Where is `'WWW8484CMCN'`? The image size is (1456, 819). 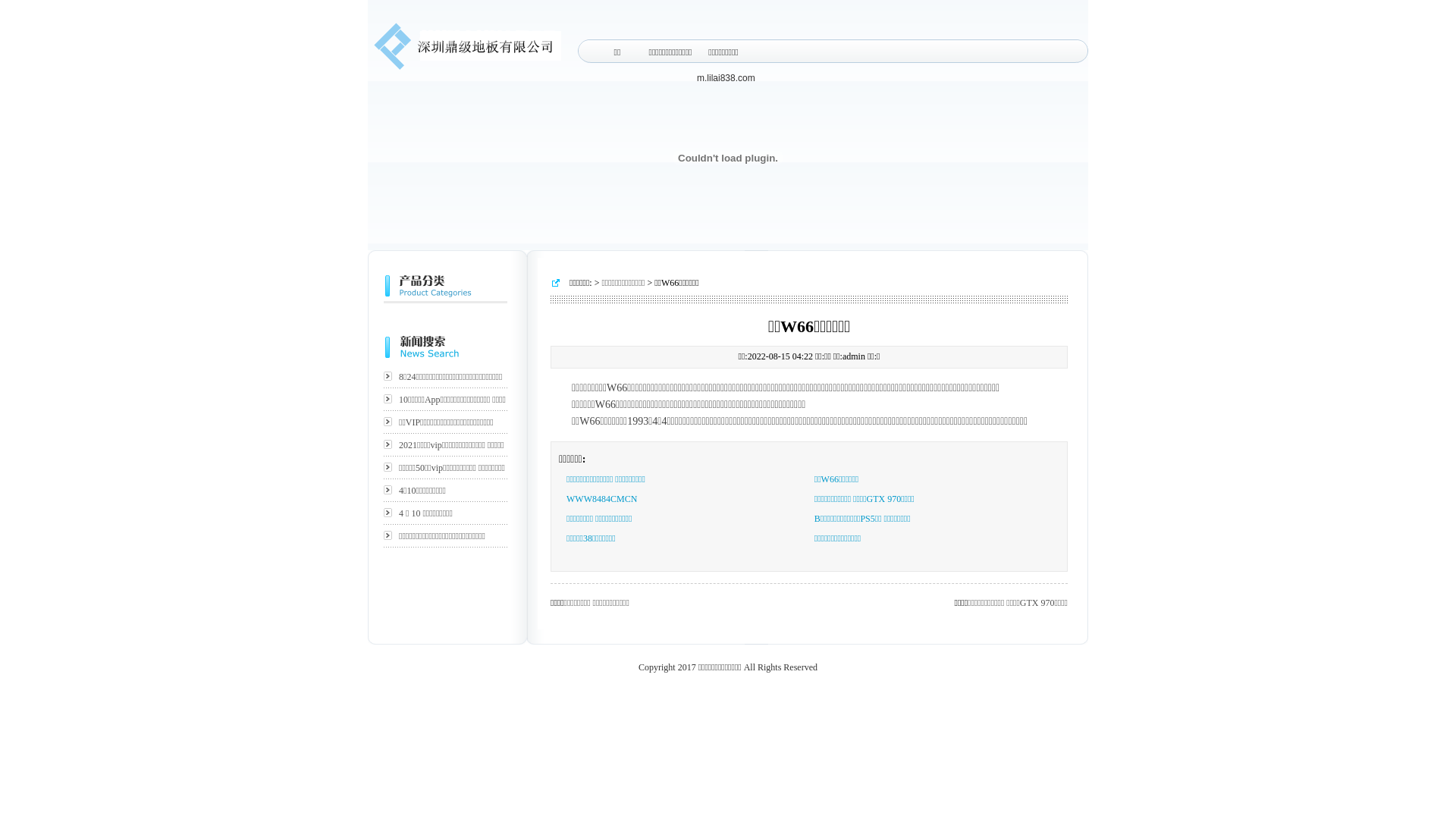
'WWW8484CMCN' is located at coordinates (601, 499).